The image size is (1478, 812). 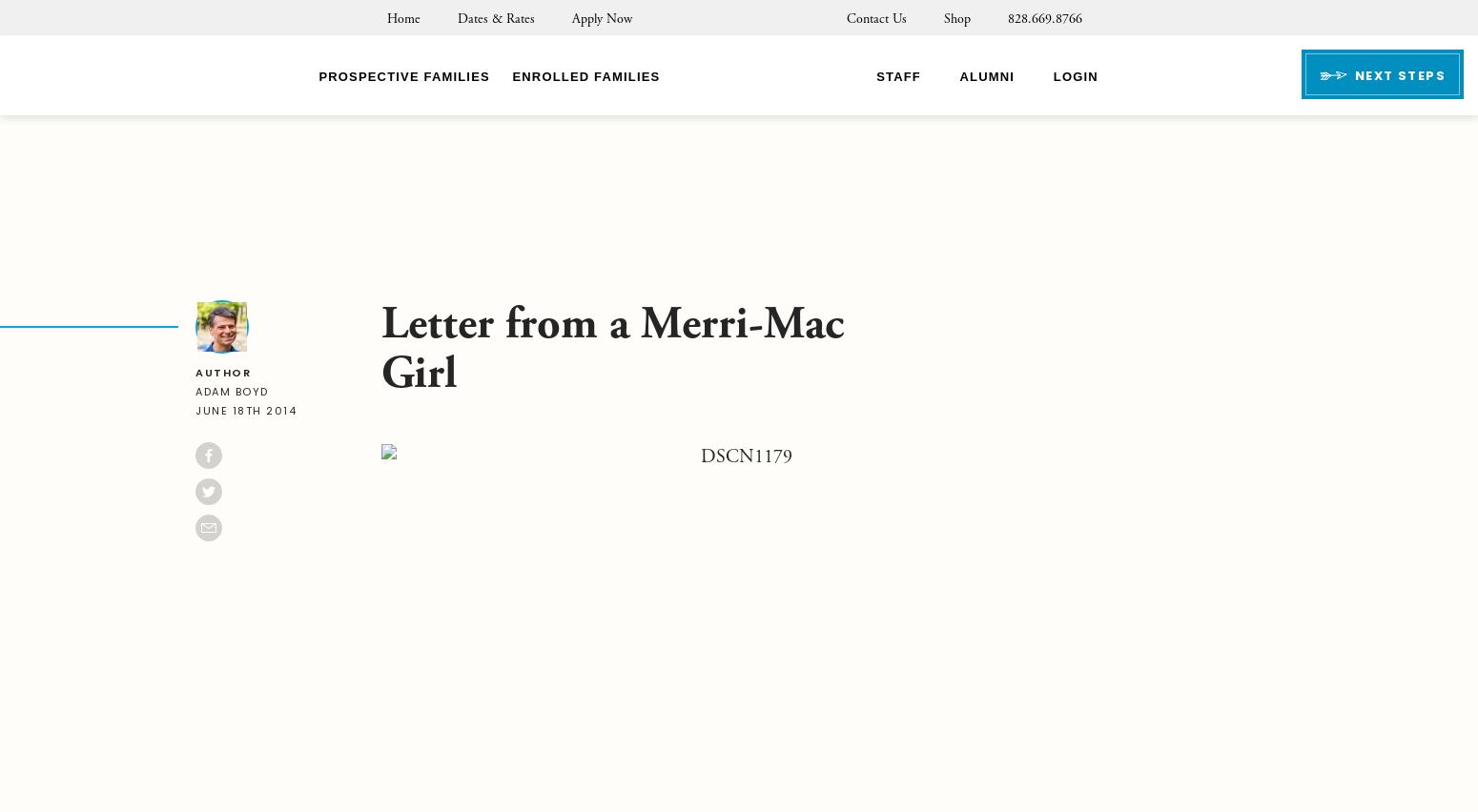 What do you see at coordinates (875, 18) in the screenshot?
I see `'Contact Us'` at bounding box center [875, 18].